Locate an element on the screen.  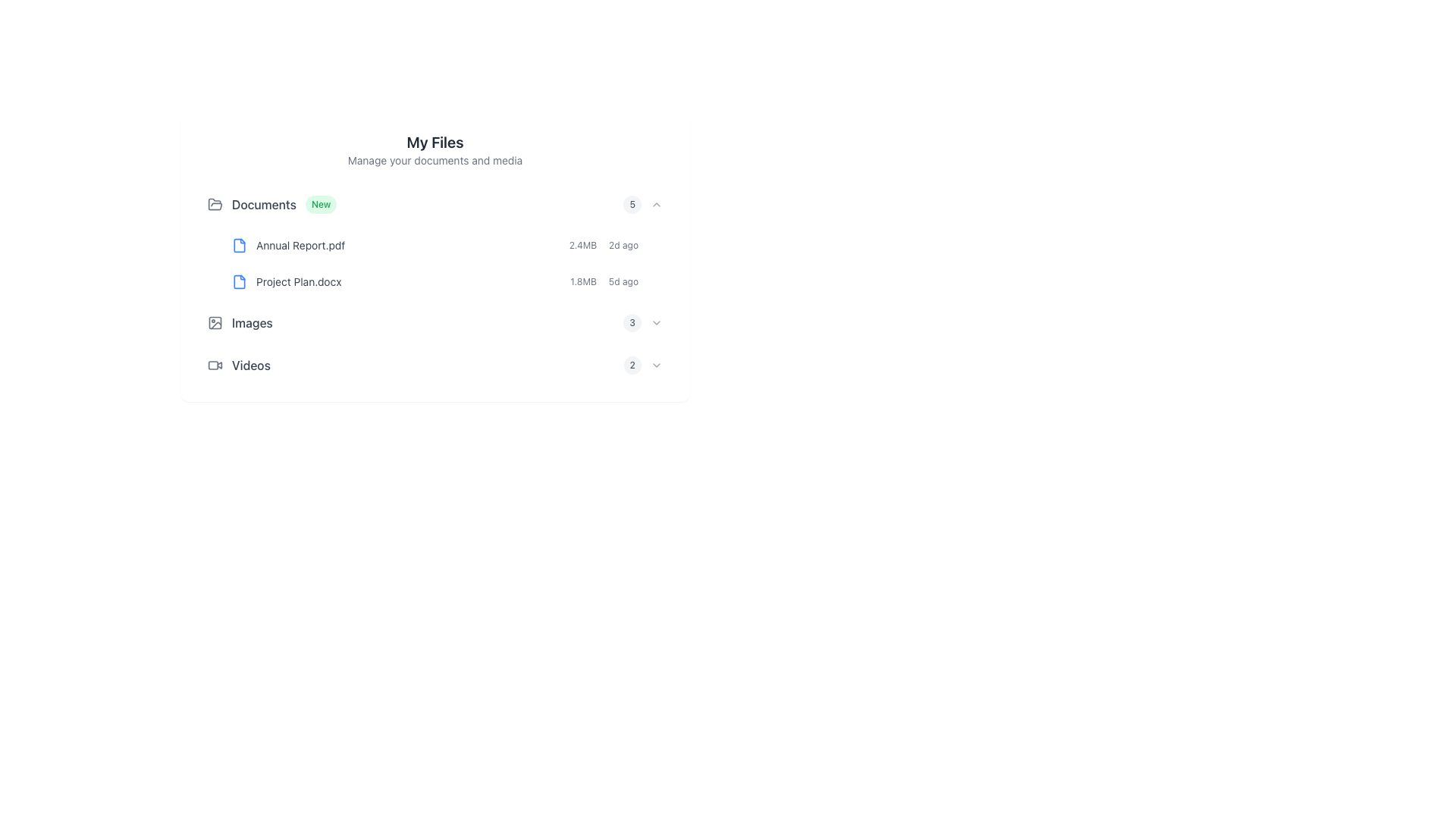
the 'Videos' text label, which is styled with a medium-weight font and gray color is located at coordinates (251, 366).